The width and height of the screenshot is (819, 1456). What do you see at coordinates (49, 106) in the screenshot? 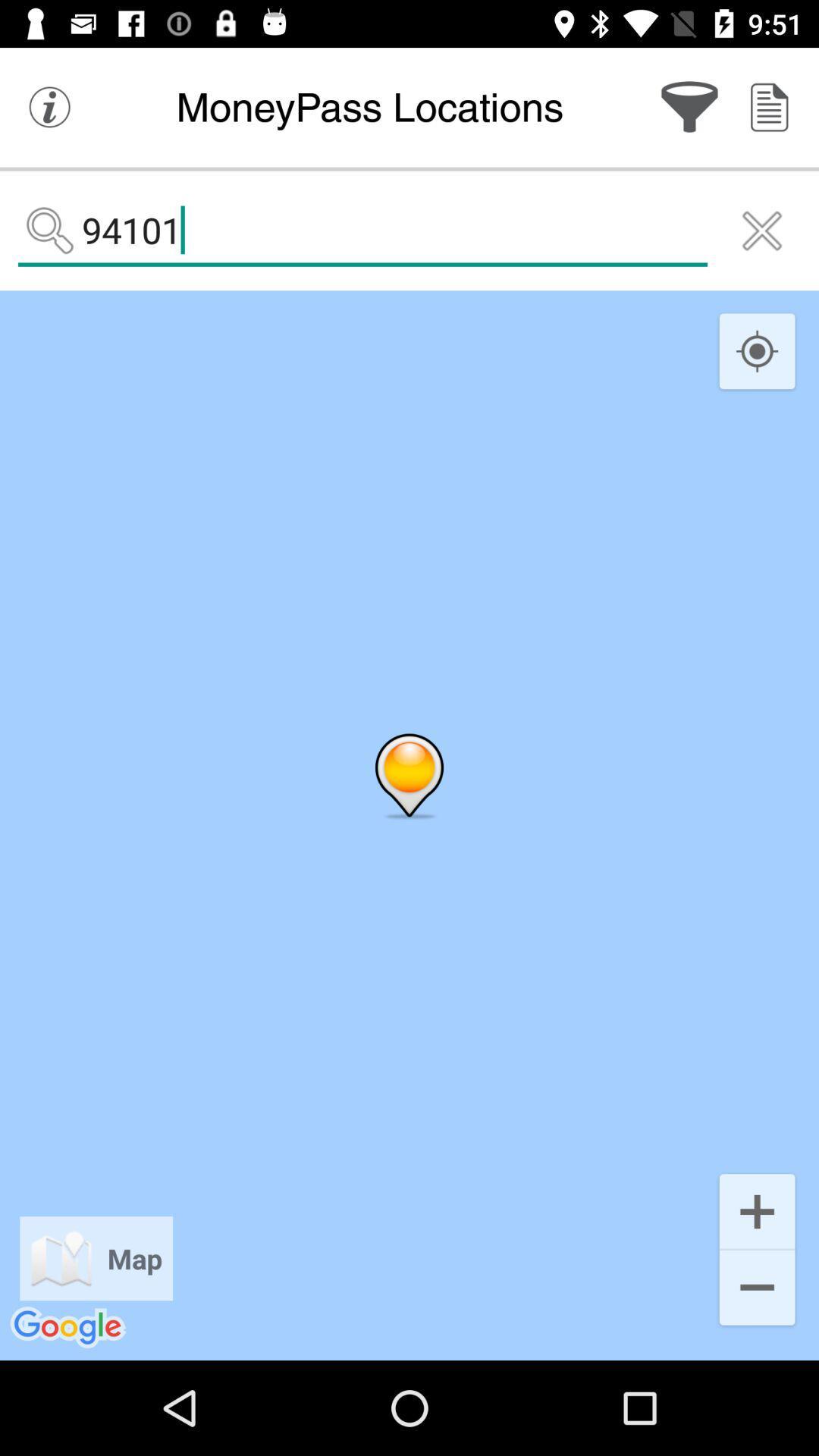
I see `the info icon` at bounding box center [49, 106].